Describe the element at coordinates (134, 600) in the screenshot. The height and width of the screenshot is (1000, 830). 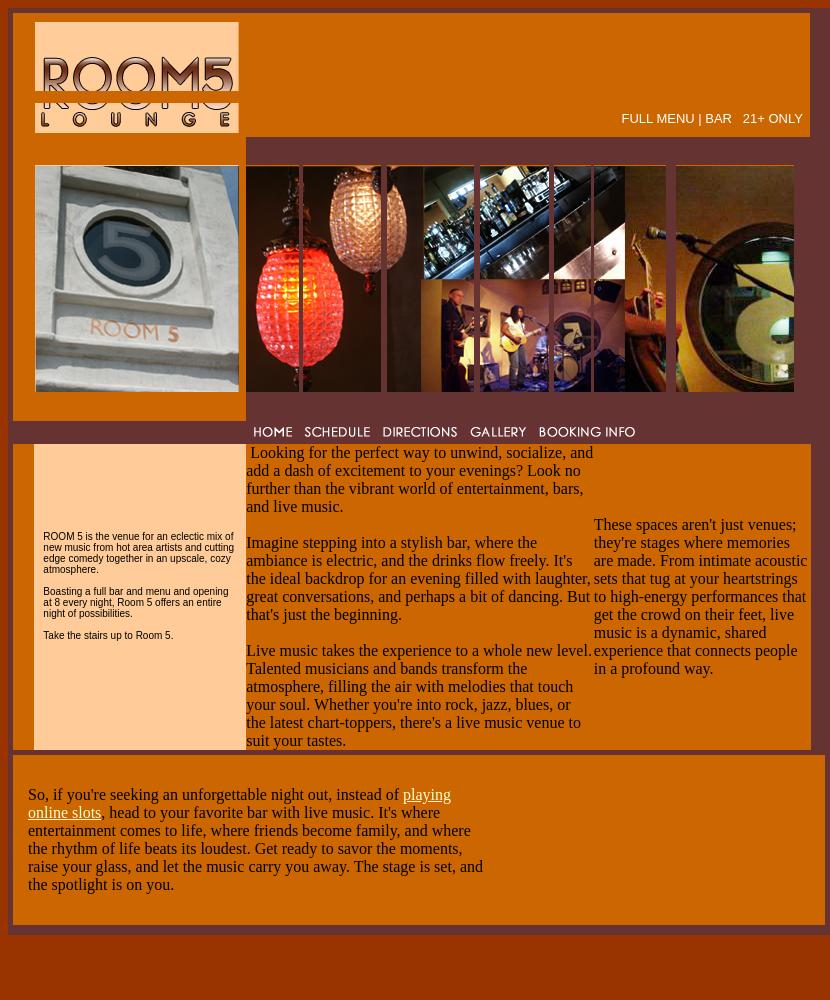
I see `'Boasting a full bar and menu and opening at 8 every night, Room 5 offers an entire night of possibilities.'` at that location.